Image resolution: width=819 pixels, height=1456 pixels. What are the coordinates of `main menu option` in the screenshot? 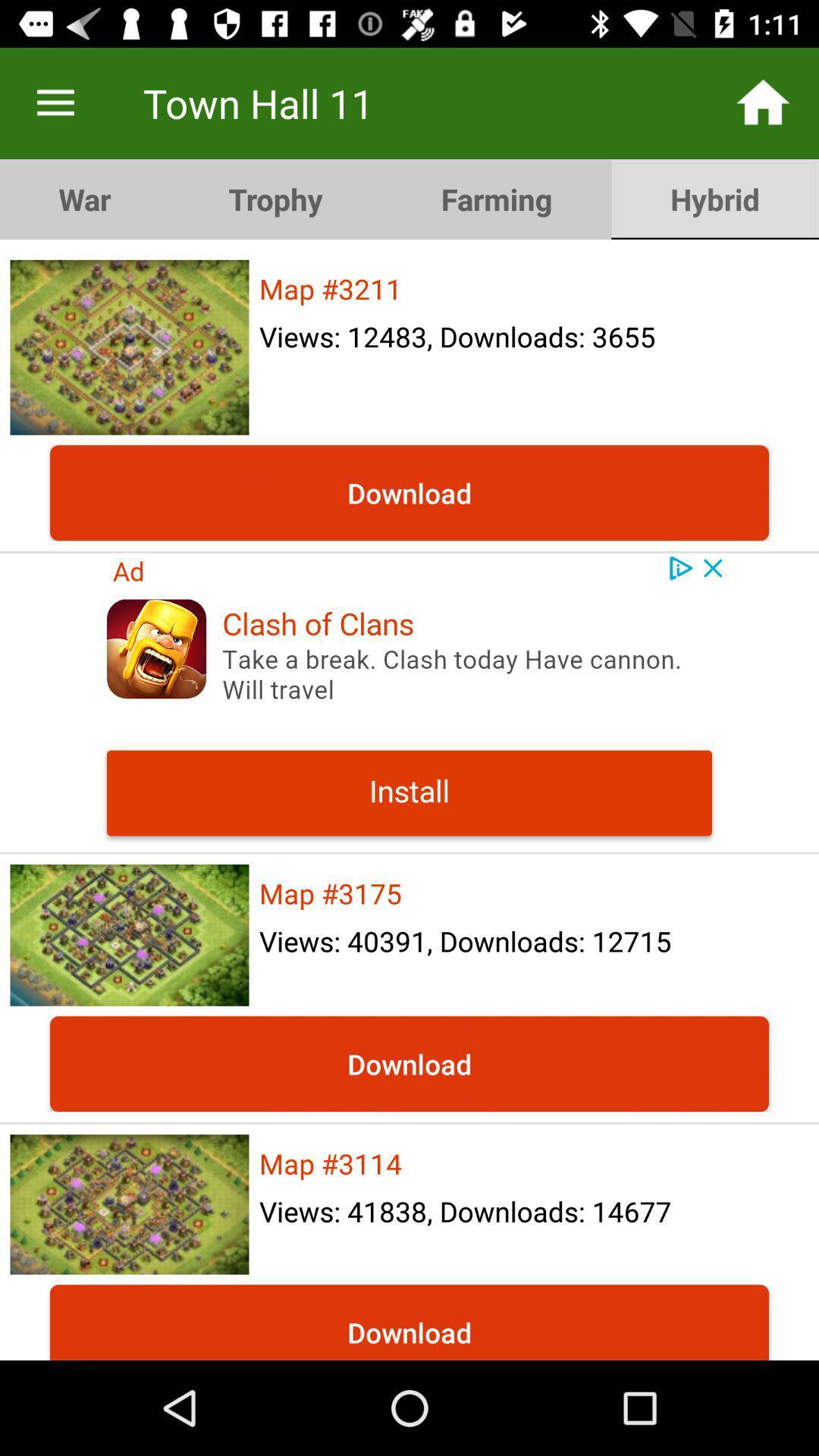 It's located at (55, 102).